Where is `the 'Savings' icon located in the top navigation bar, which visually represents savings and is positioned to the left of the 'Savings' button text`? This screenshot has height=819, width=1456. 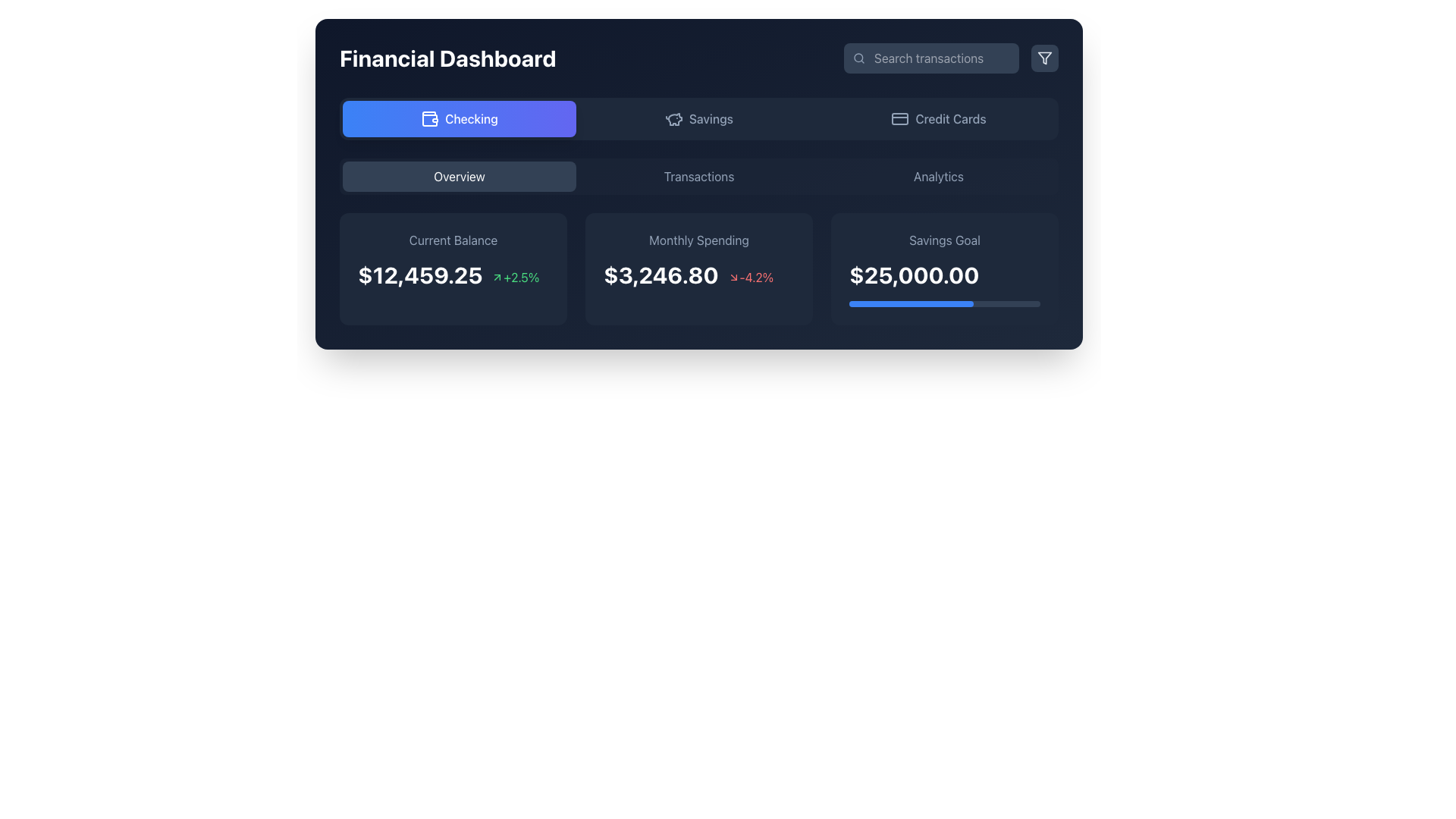
the 'Savings' icon located in the top navigation bar, which visually represents savings and is positioned to the left of the 'Savings' button text is located at coordinates (673, 118).